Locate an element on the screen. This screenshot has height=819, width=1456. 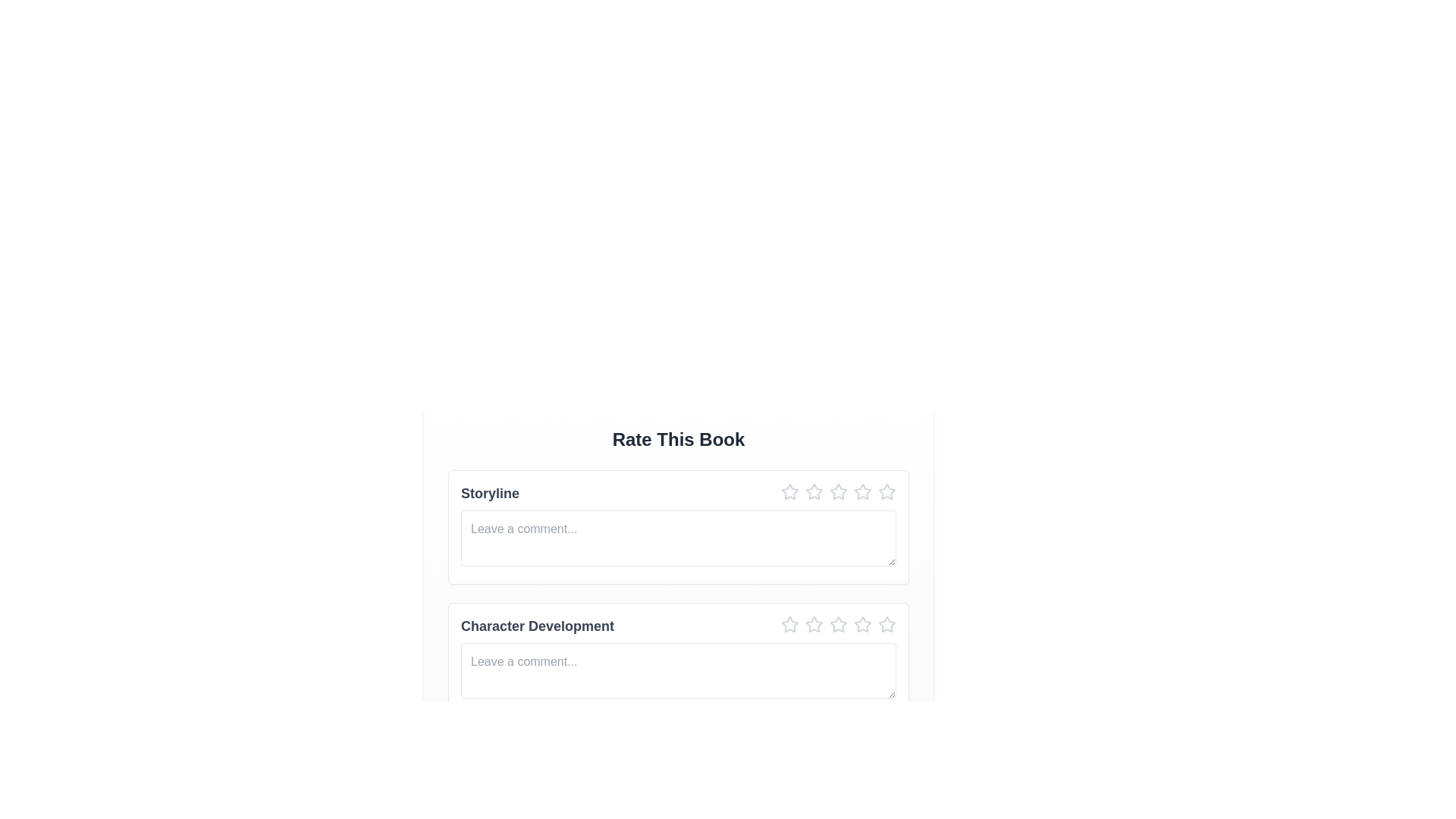
the third star-shaped rating icon, which is light gray and part of a sequence for the 'Character Development' section is located at coordinates (814, 625).